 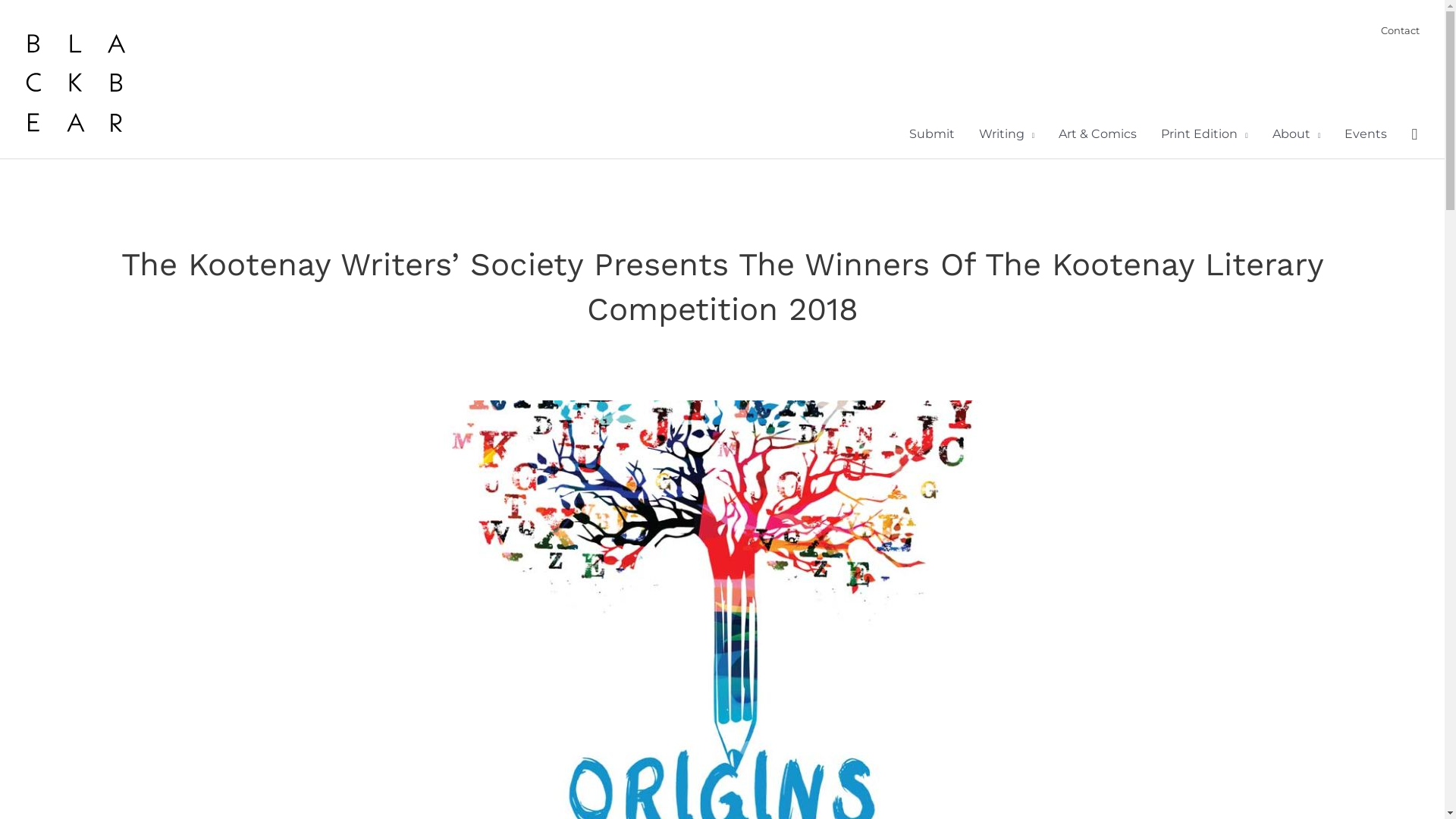 I want to click on 'Print Edition', so click(x=1203, y=133).